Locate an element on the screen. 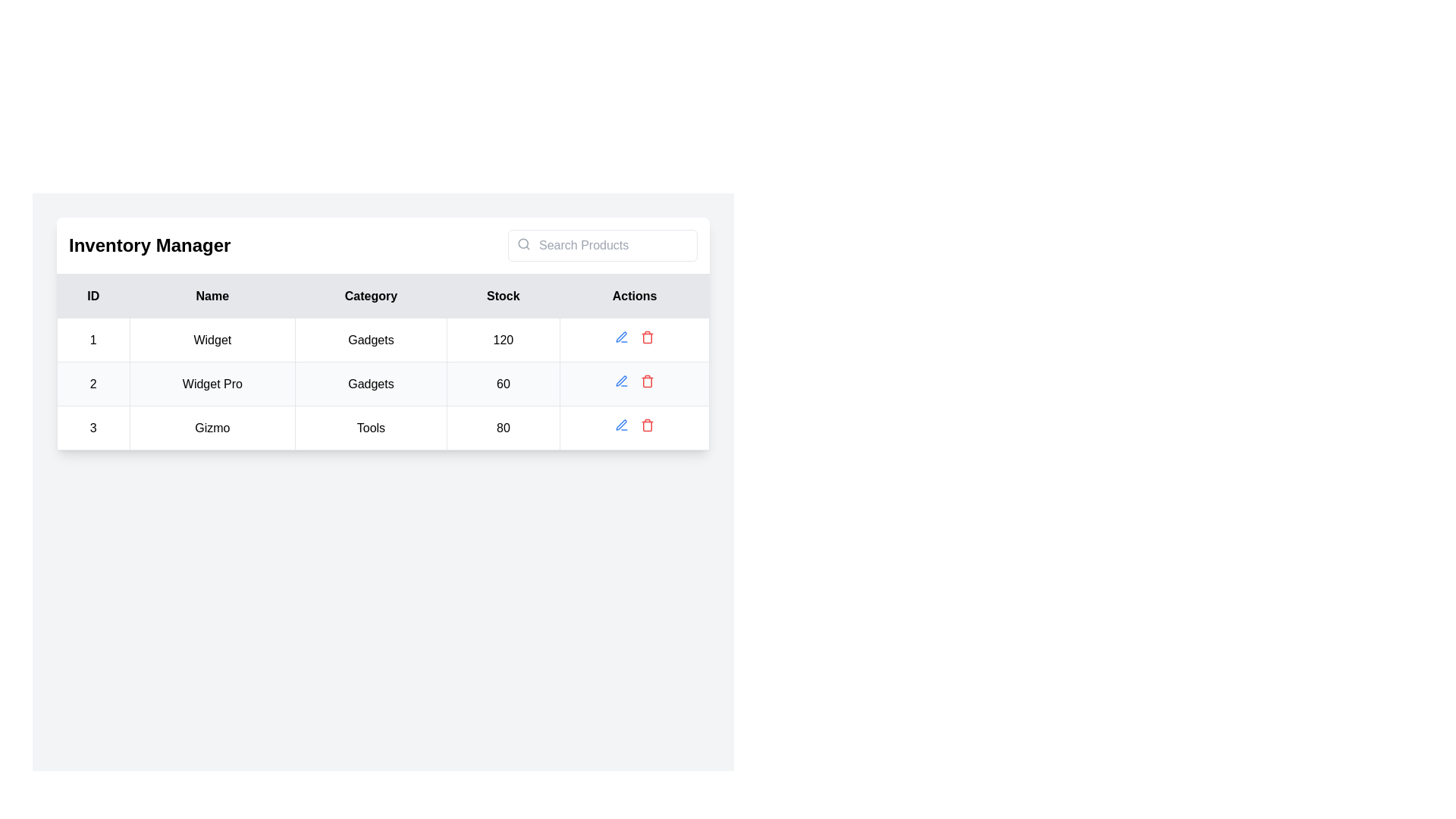  the bold numeral '3' text element located is located at coordinates (93, 428).